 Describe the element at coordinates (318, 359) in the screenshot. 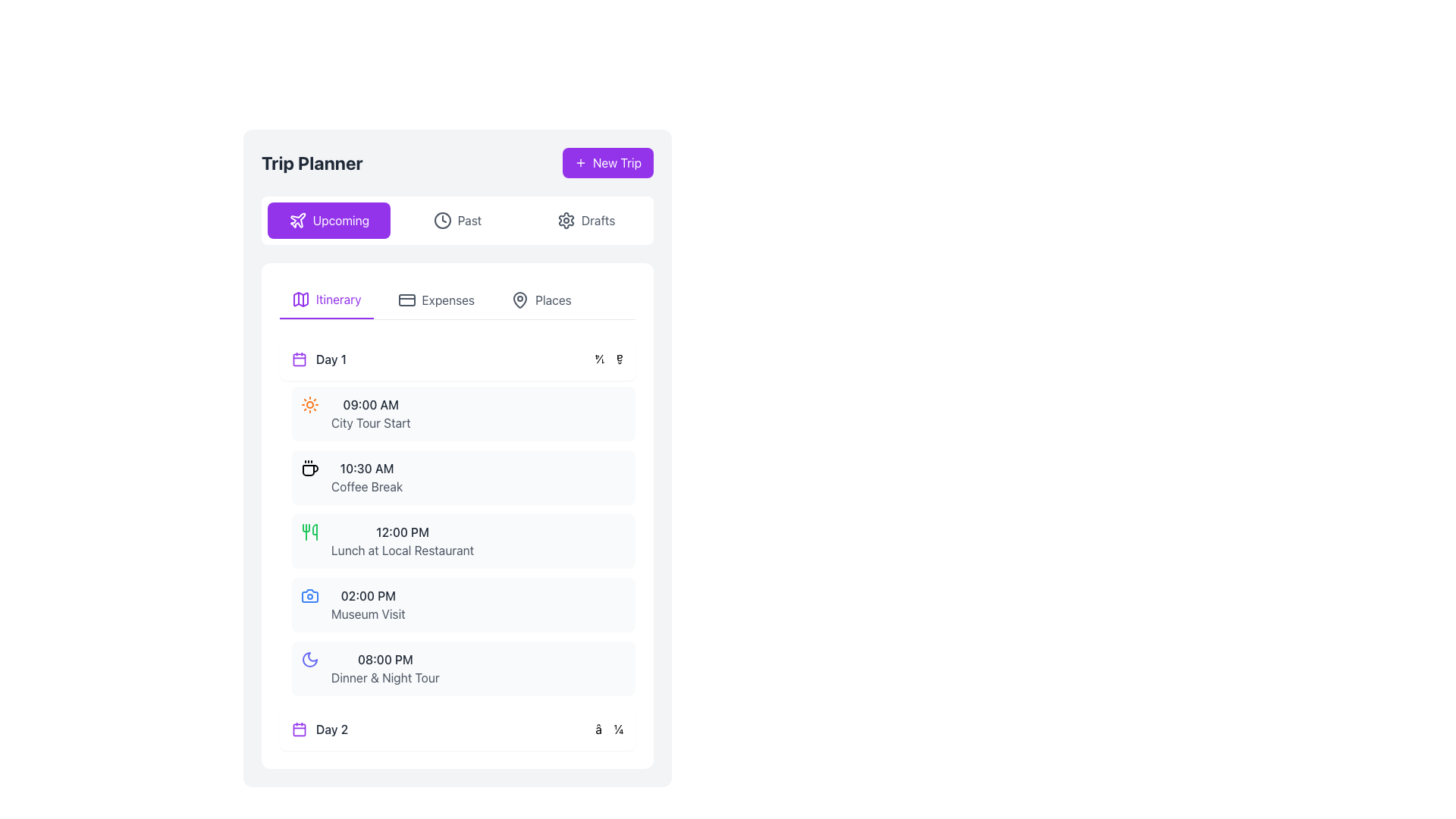

I see `the text label displaying 'Day 1', which is positioned to the right of a purple calendar icon within the planning interface` at that location.